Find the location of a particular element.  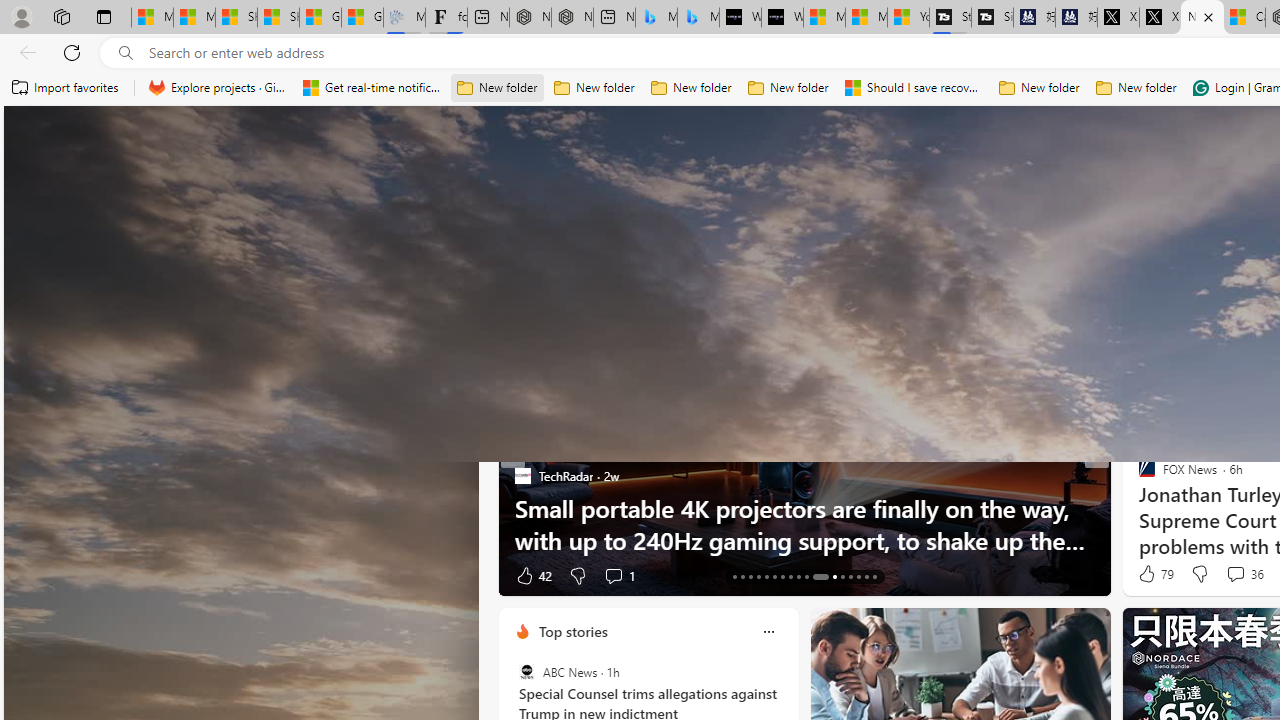

'AutomationID: tab-25' is located at coordinates (842, 577).